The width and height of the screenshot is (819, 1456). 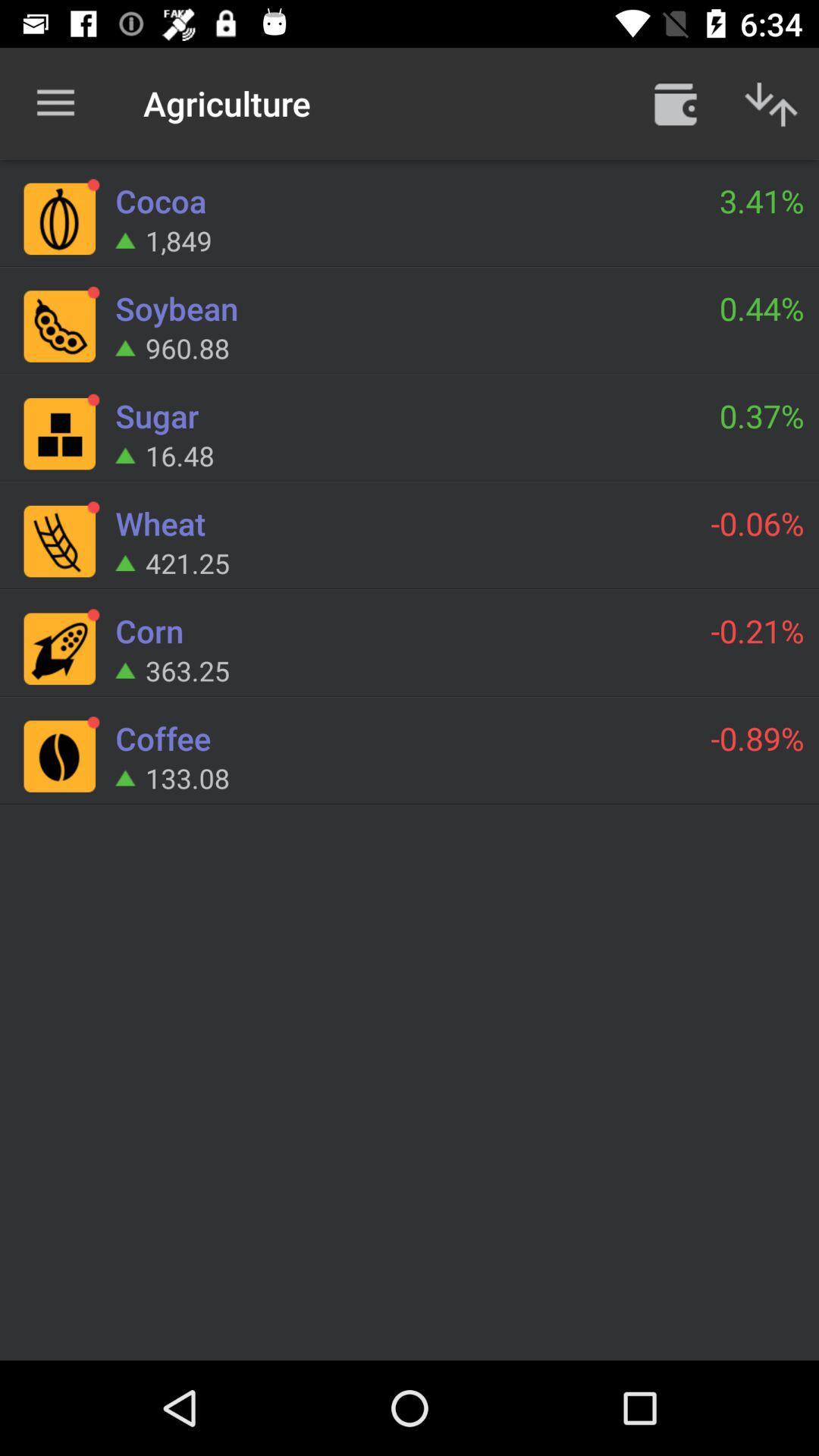 I want to click on item above 3.41% item, so click(x=675, y=102).